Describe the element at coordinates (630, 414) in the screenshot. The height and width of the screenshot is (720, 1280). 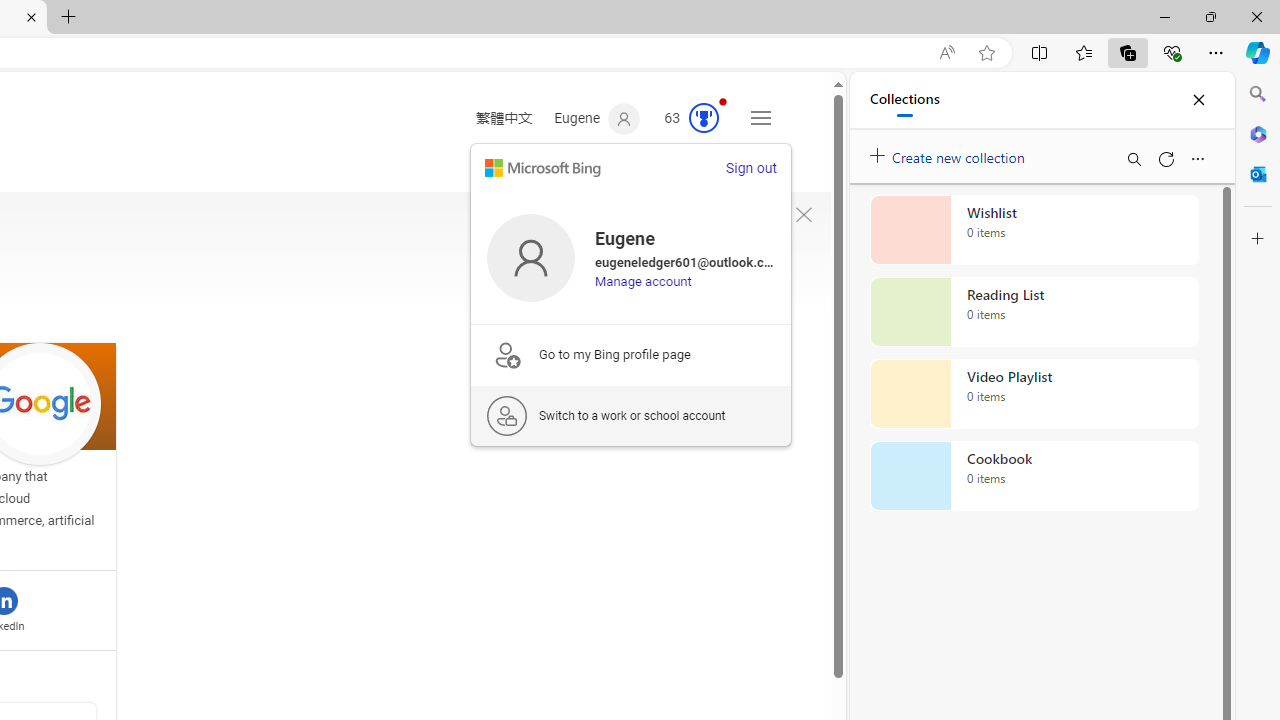
I see `'Switch to a work or school account'` at that location.